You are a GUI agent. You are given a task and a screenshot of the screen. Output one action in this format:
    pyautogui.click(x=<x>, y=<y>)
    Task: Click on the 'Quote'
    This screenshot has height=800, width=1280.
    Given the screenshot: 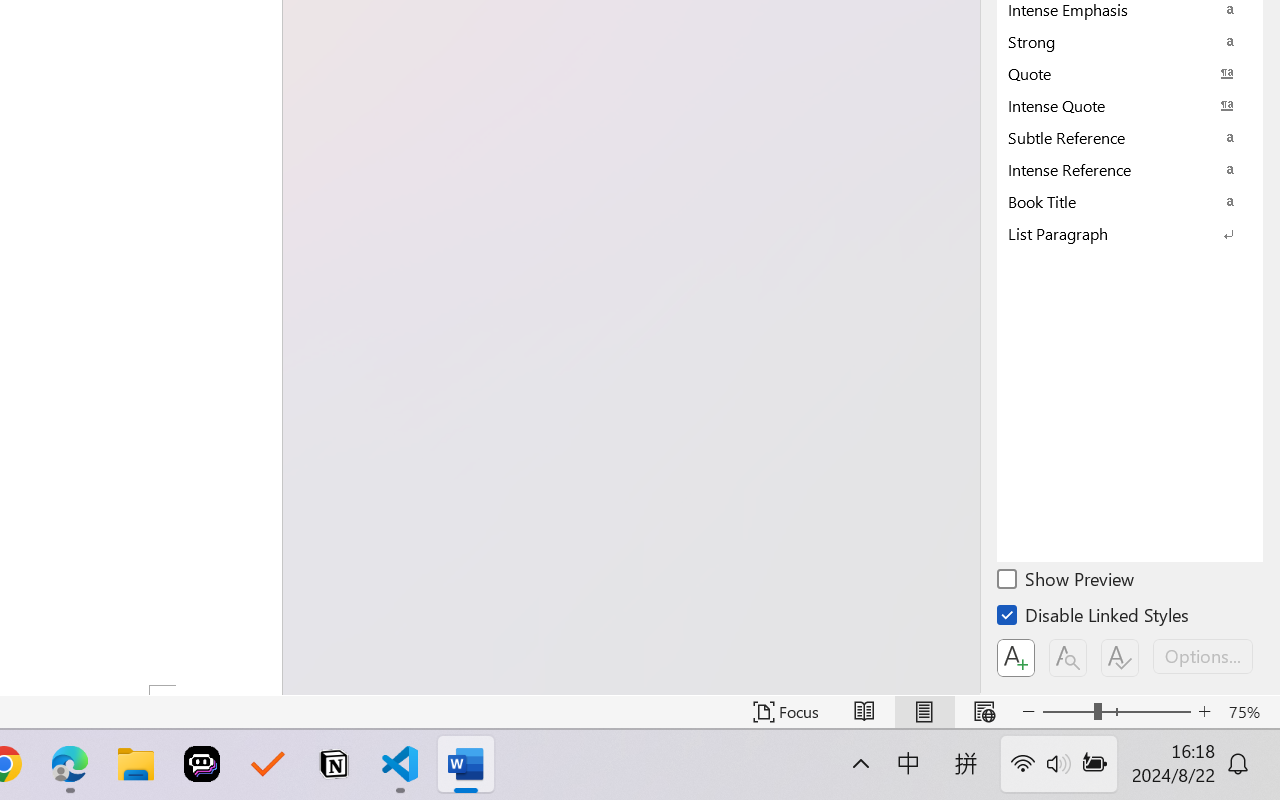 What is the action you would take?
    pyautogui.click(x=1130, y=73)
    